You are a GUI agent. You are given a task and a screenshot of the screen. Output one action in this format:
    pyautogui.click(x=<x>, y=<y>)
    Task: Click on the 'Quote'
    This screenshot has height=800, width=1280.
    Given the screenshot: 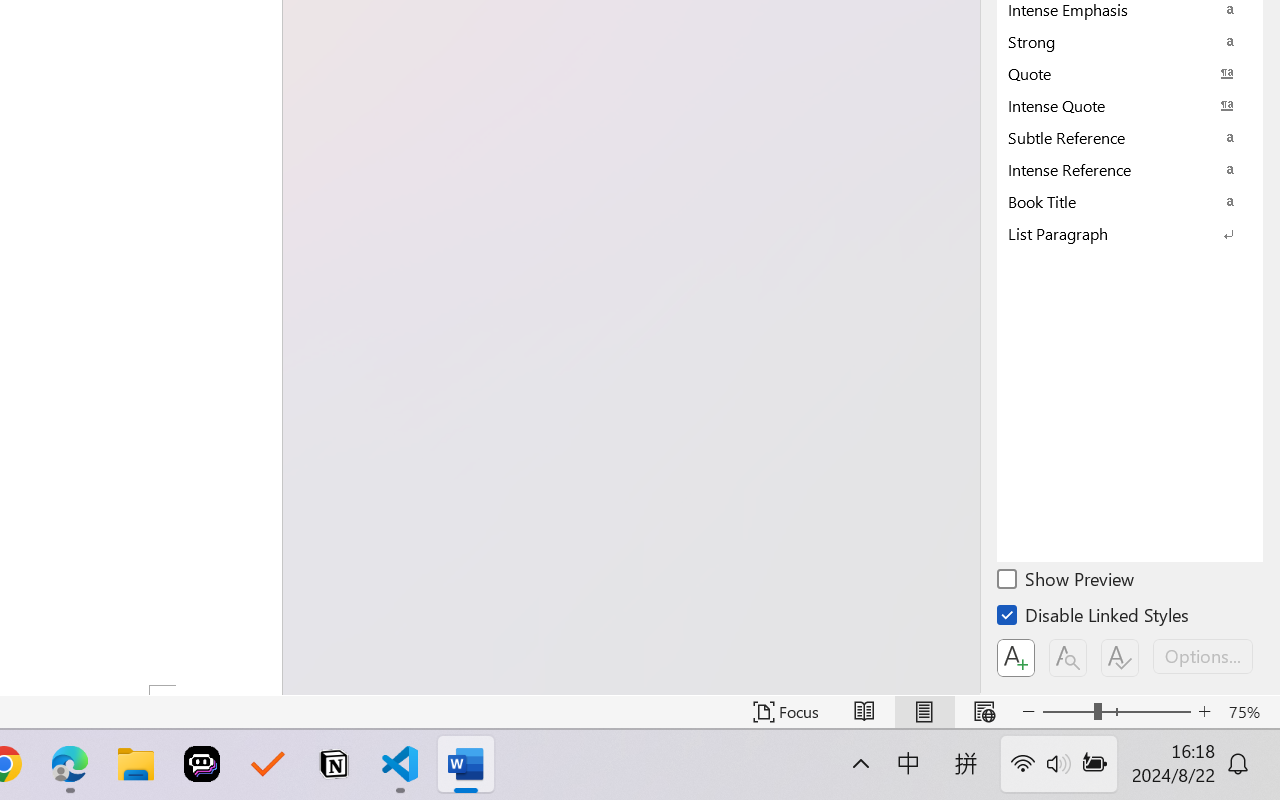 What is the action you would take?
    pyautogui.click(x=1130, y=73)
    